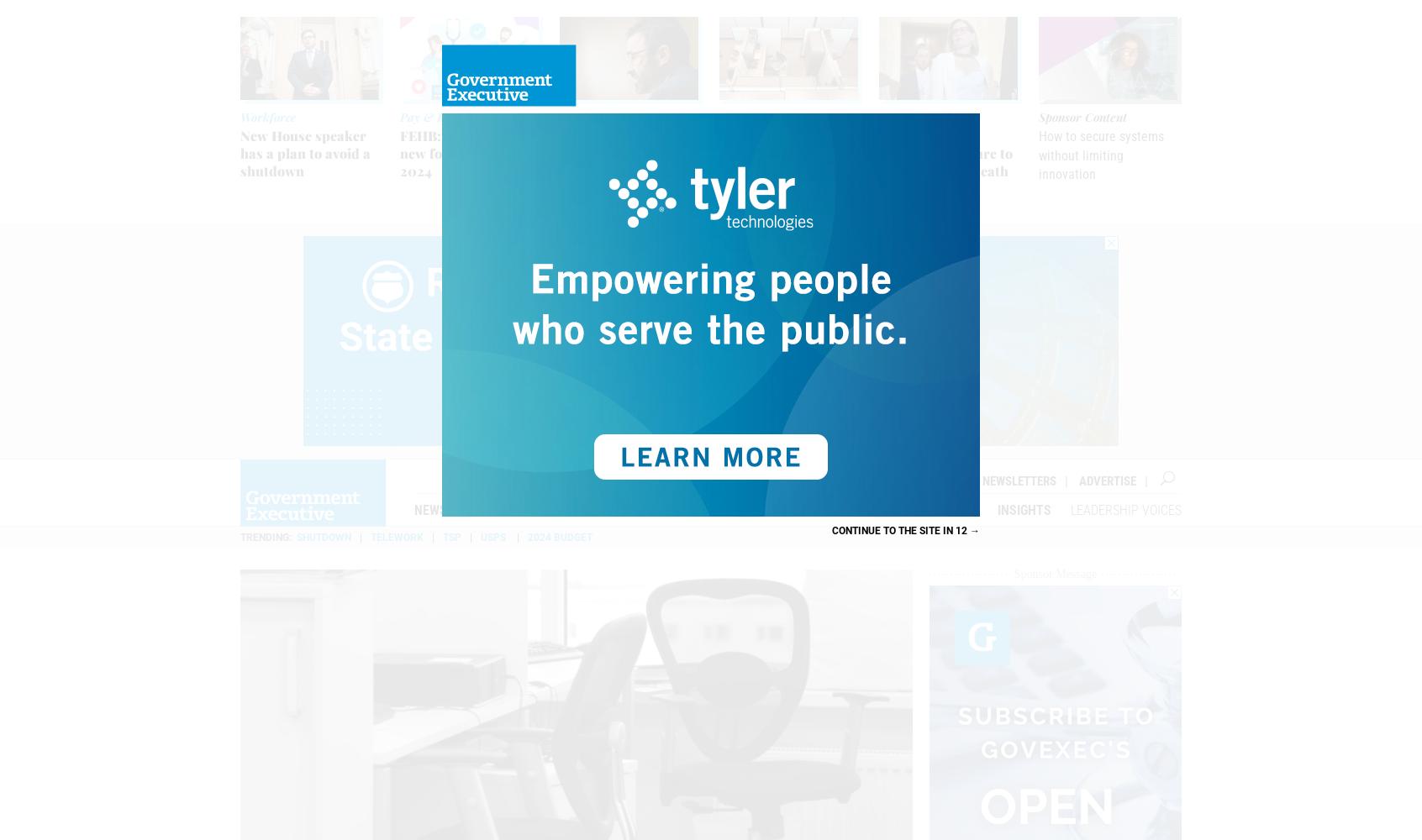 The image size is (1422, 840). I want to click on 'Telework', so click(396, 538).